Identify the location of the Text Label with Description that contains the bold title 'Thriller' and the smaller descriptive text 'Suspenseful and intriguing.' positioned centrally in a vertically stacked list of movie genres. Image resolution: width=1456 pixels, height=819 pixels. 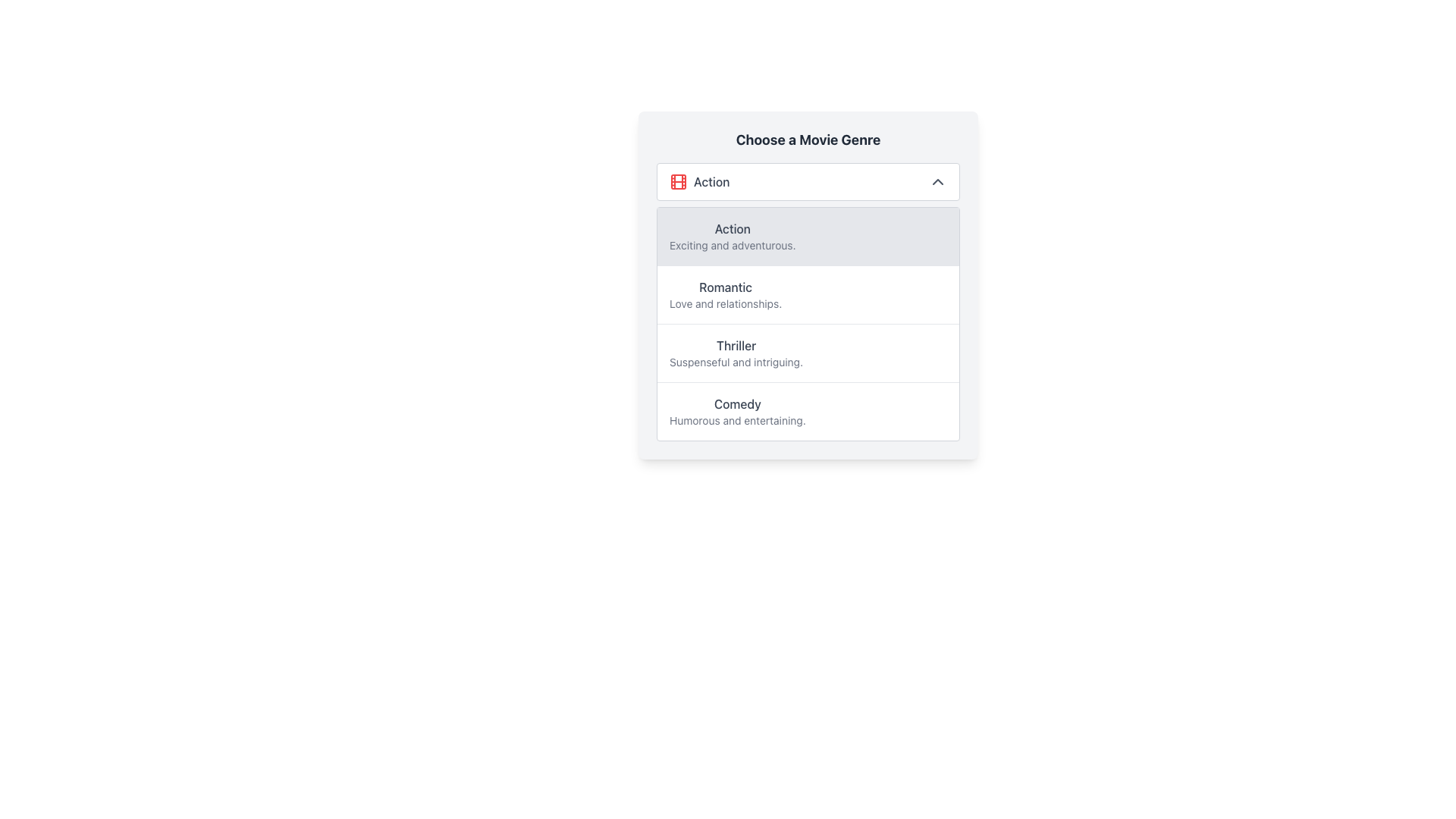
(736, 353).